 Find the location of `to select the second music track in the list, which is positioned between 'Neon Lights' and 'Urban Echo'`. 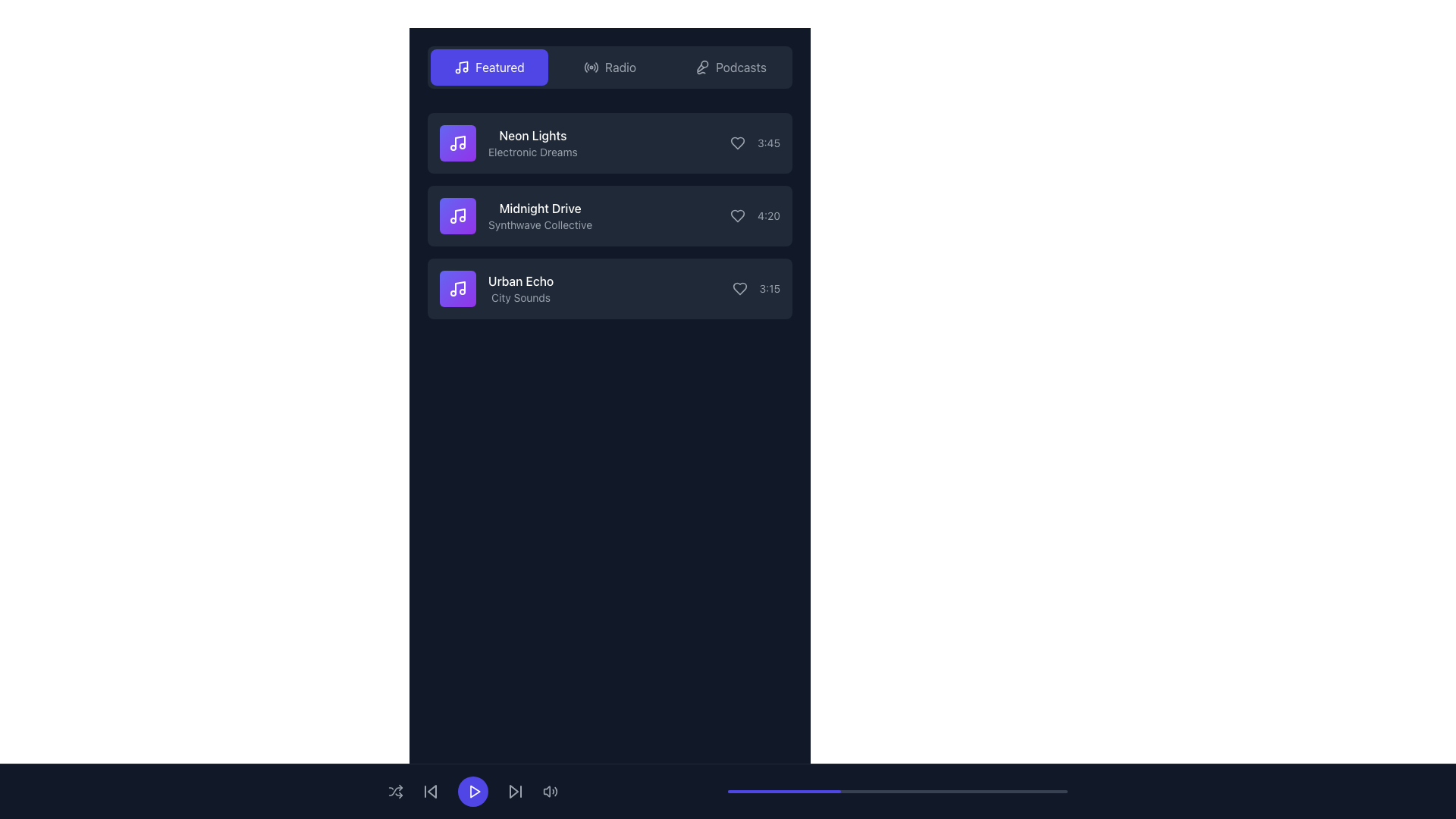

to select the second music track in the list, which is positioned between 'Neon Lights' and 'Urban Echo' is located at coordinates (610, 216).